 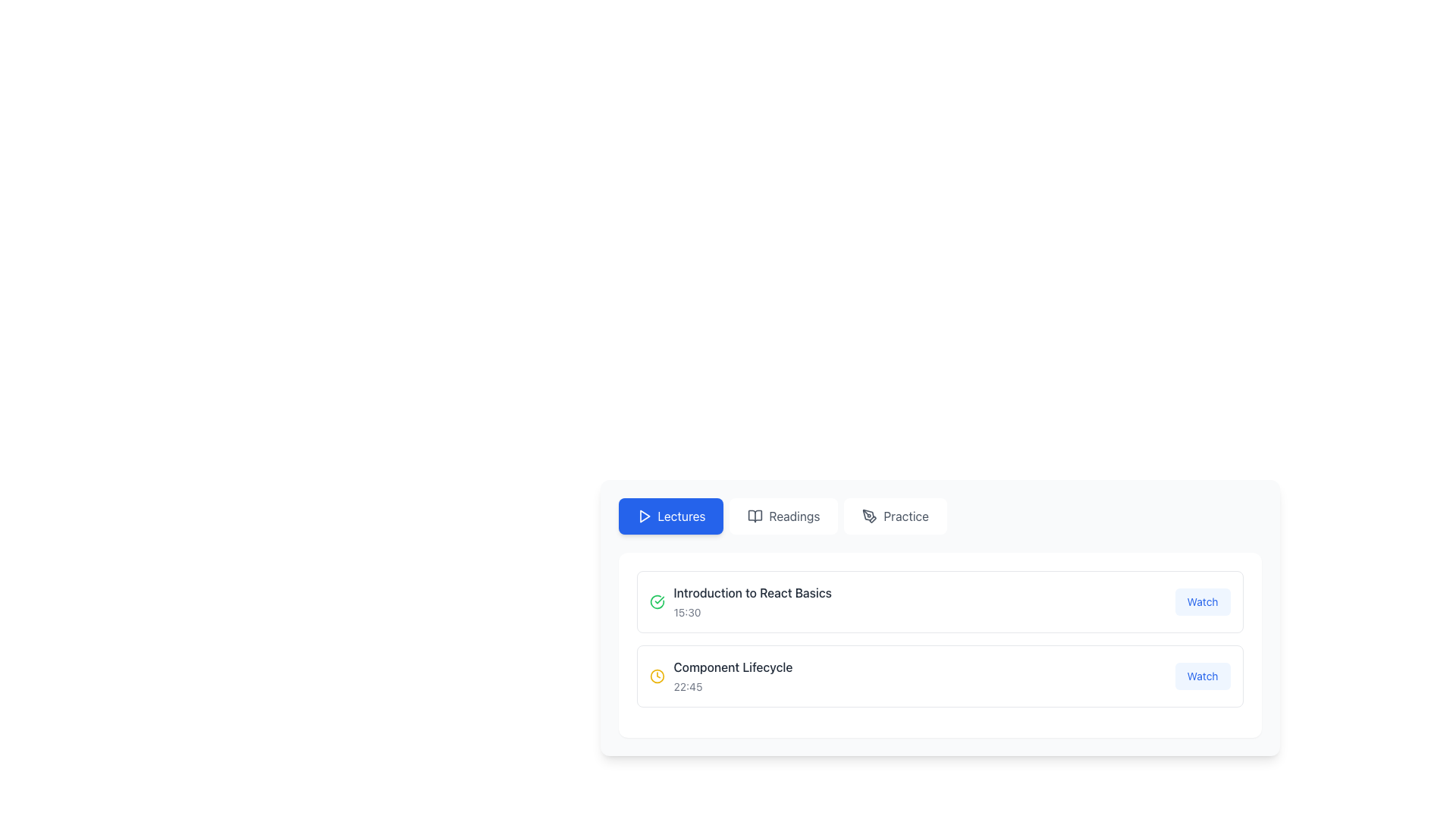 I want to click on the triangular play icon within the blue circular button located to the left of the 'Lectures' button, so click(x=644, y=516).